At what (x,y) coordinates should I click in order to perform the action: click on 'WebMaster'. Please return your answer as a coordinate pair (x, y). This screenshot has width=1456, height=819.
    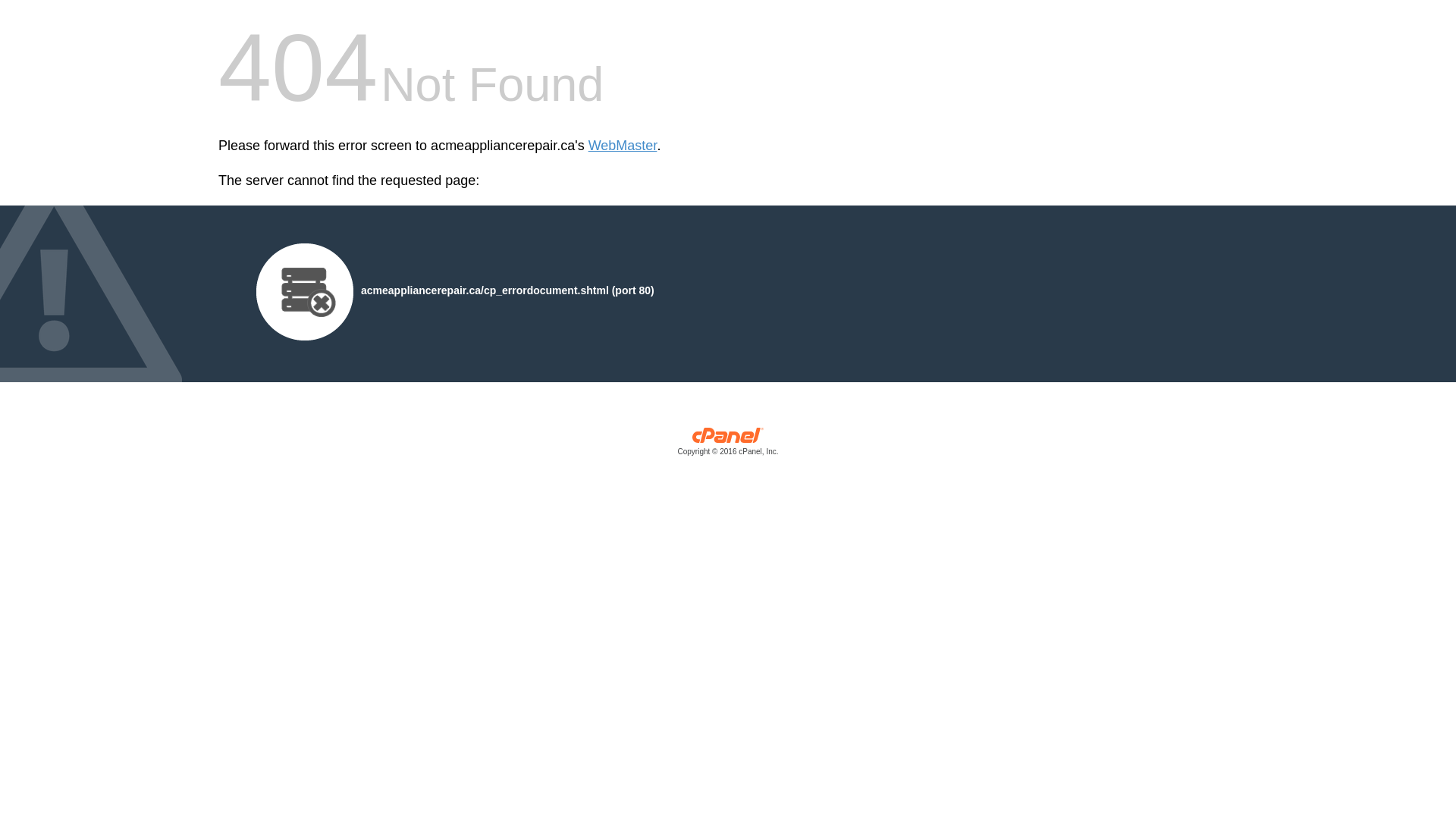
    Looking at the image, I should click on (623, 146).